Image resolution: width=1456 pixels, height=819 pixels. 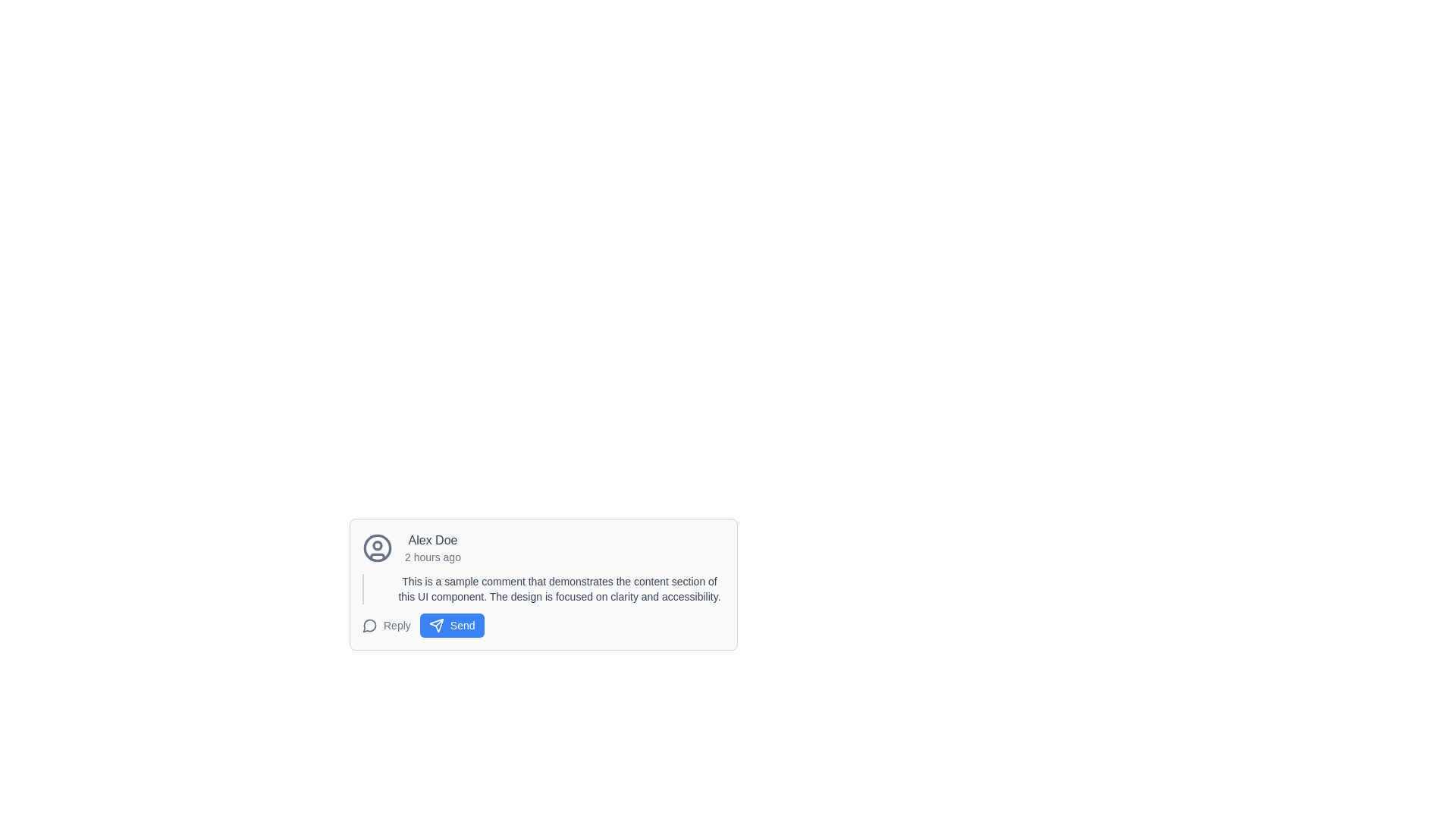 What do you see at coordinates (397, 626) in the screenshot?
I see `the clickable text label that reads 'Reply', styled in gray, located below a user comment interface, adjacent to a speech bubble icon and a blue 'Send' button` at bounding box center [397, 626].